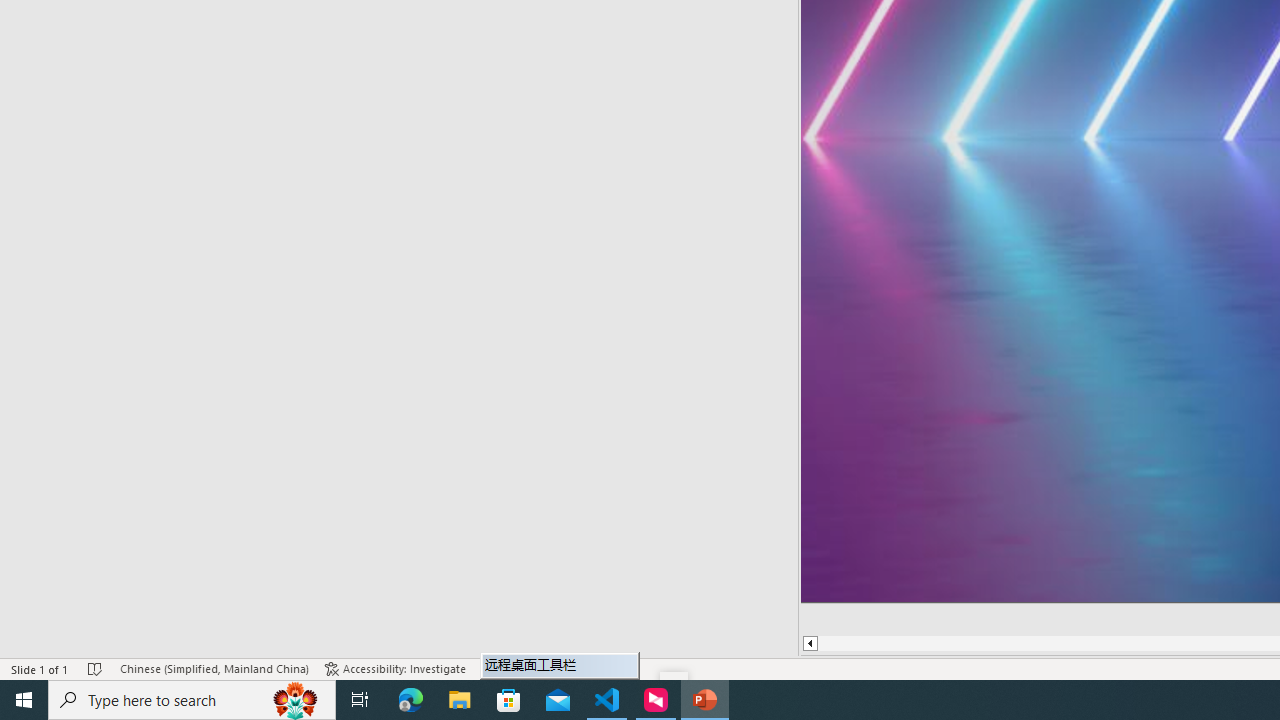 The image size is (1280, 720). I want to click on 'Spell Check No Errors', so click(95, 669).